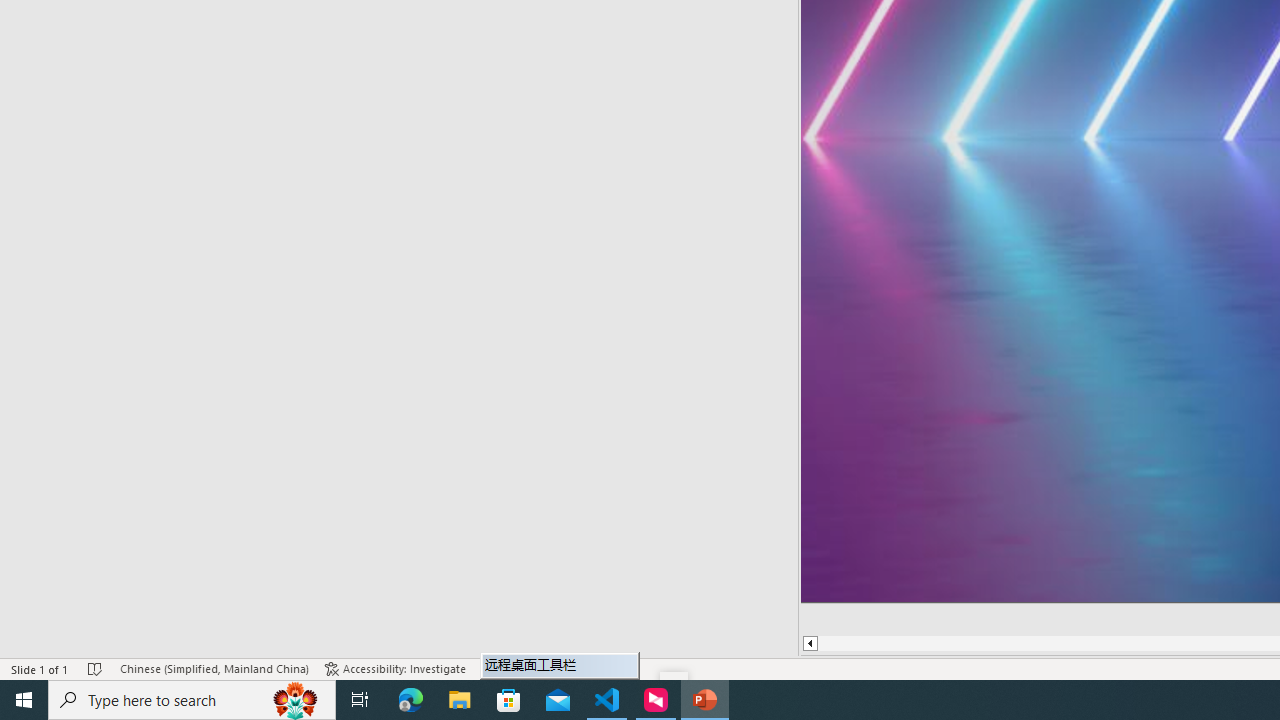 The image size is (1280, 720). I want to click on 'Spell Check No Errors', so click(95, 669).